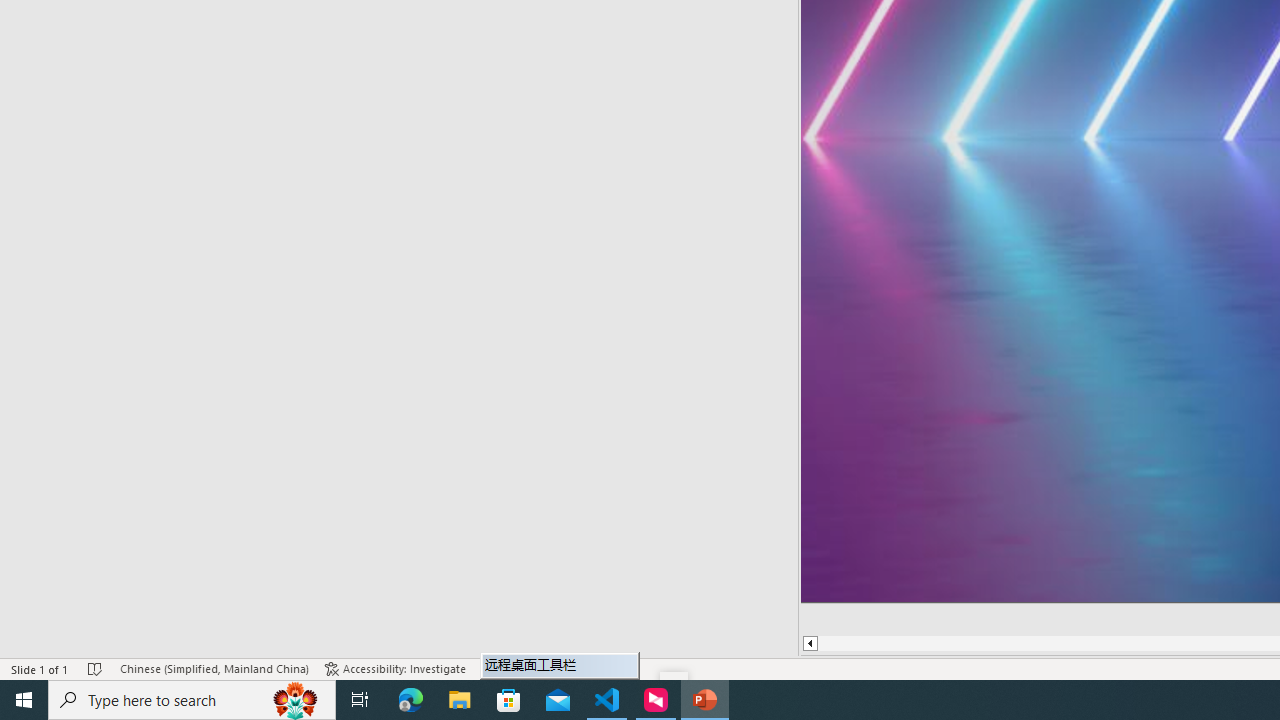 The image size is (1280, 720). I want to click on 'Spell Check No Errors', so click(95, 669).